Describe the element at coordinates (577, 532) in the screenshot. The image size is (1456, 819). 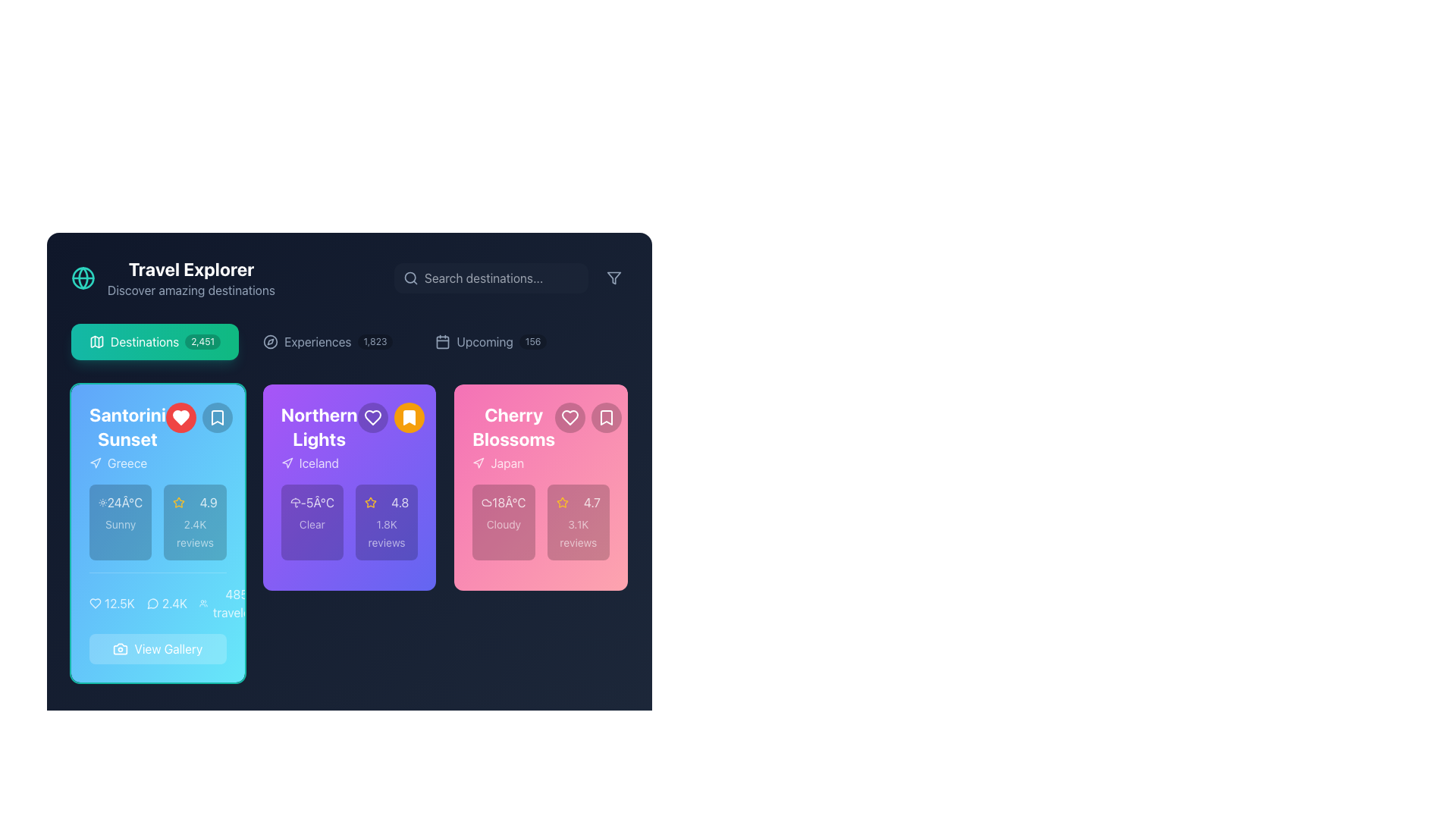
I see `the informational text displaying the total number of reviews (3.1K) for the Cherry Blossoms experience, located below the 4.7 rating and star icon within the card` at that location.